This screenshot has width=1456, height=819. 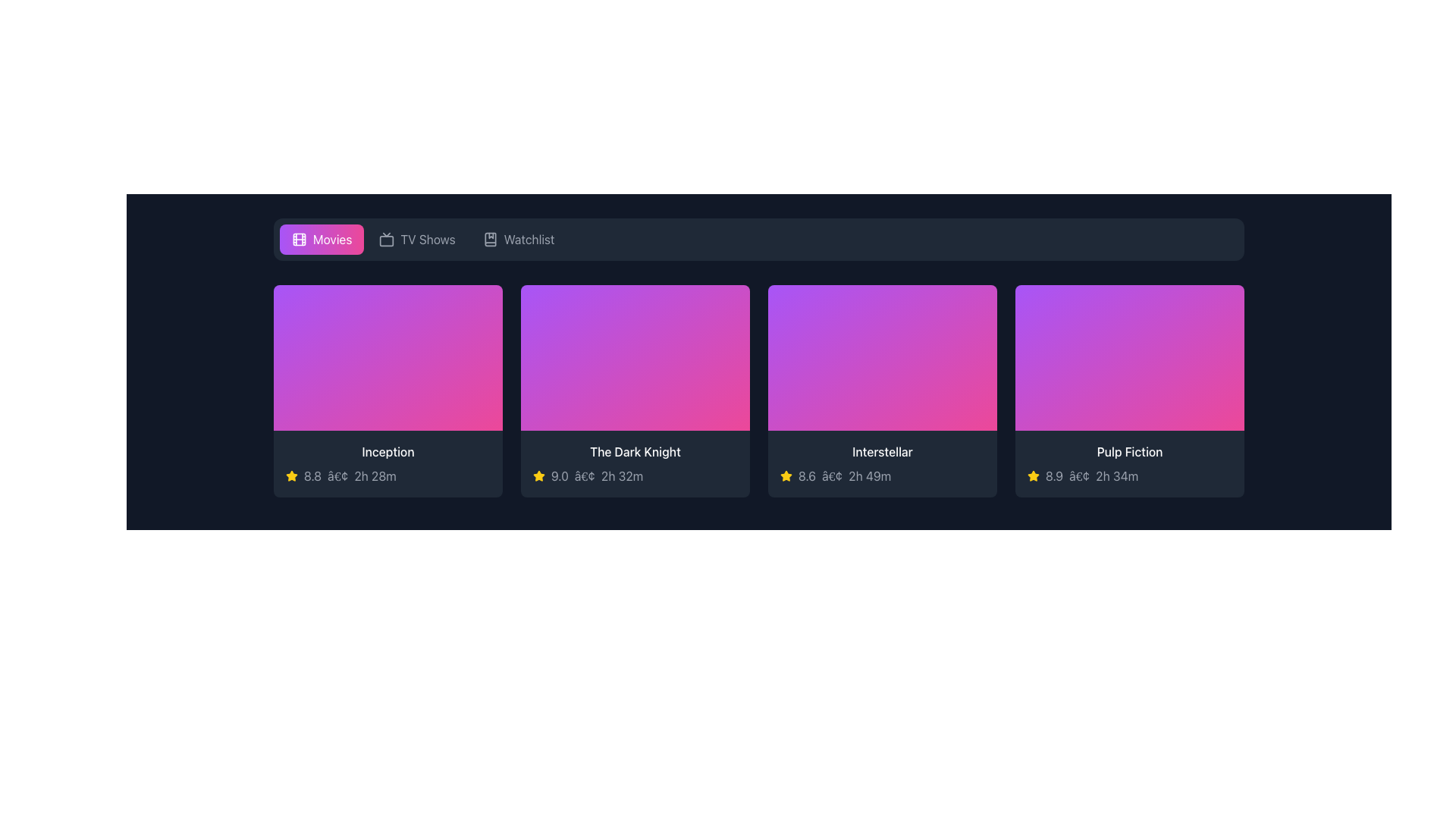 I want to click on the movie card displaying 'Interstellar', so click(x=882, y=391).